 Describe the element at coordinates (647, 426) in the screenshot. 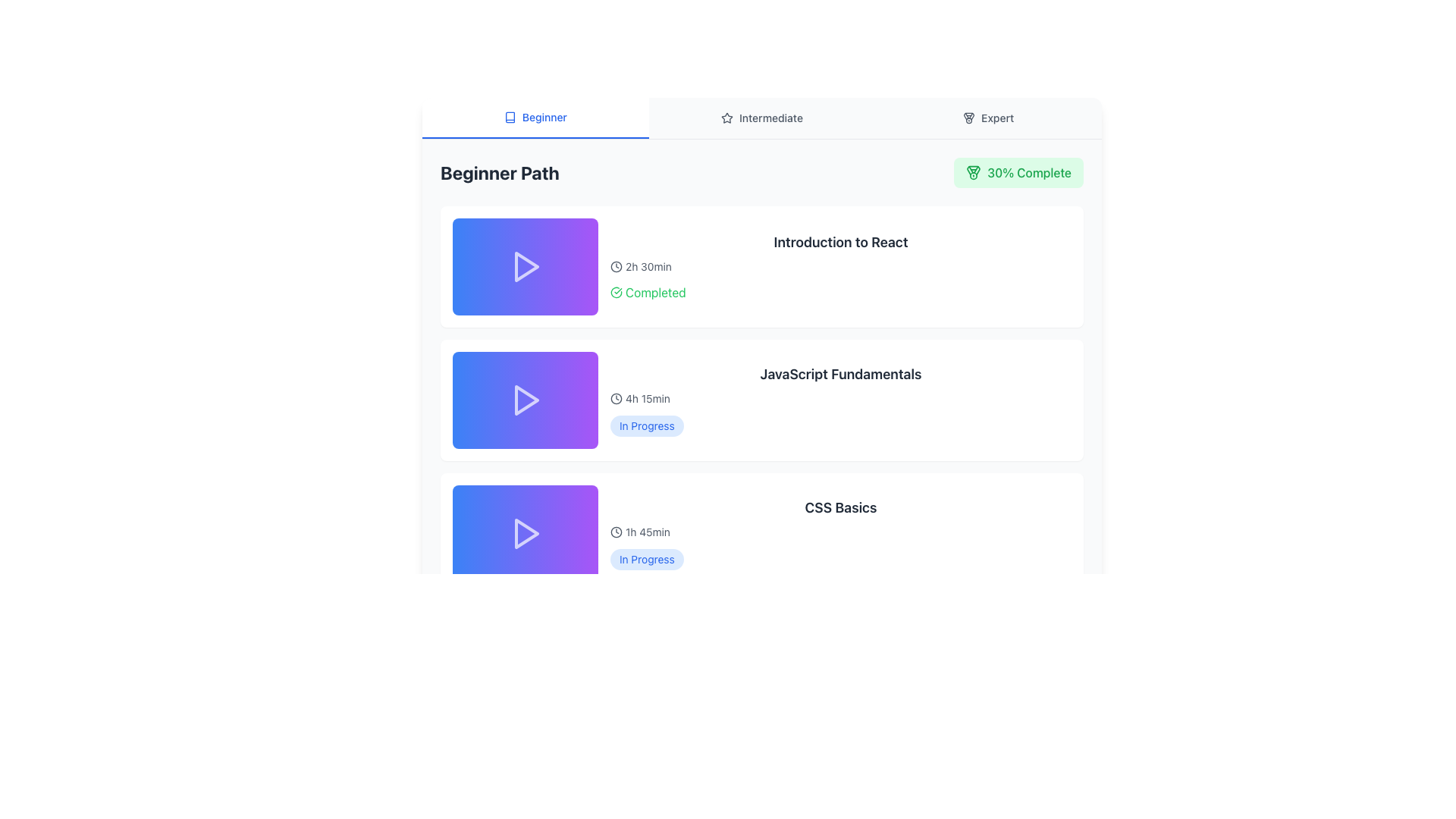

I see `text of the label indicating the progress status for the 'JavaScript Fundamentals' course, marked as 'In Progress'` at that location.